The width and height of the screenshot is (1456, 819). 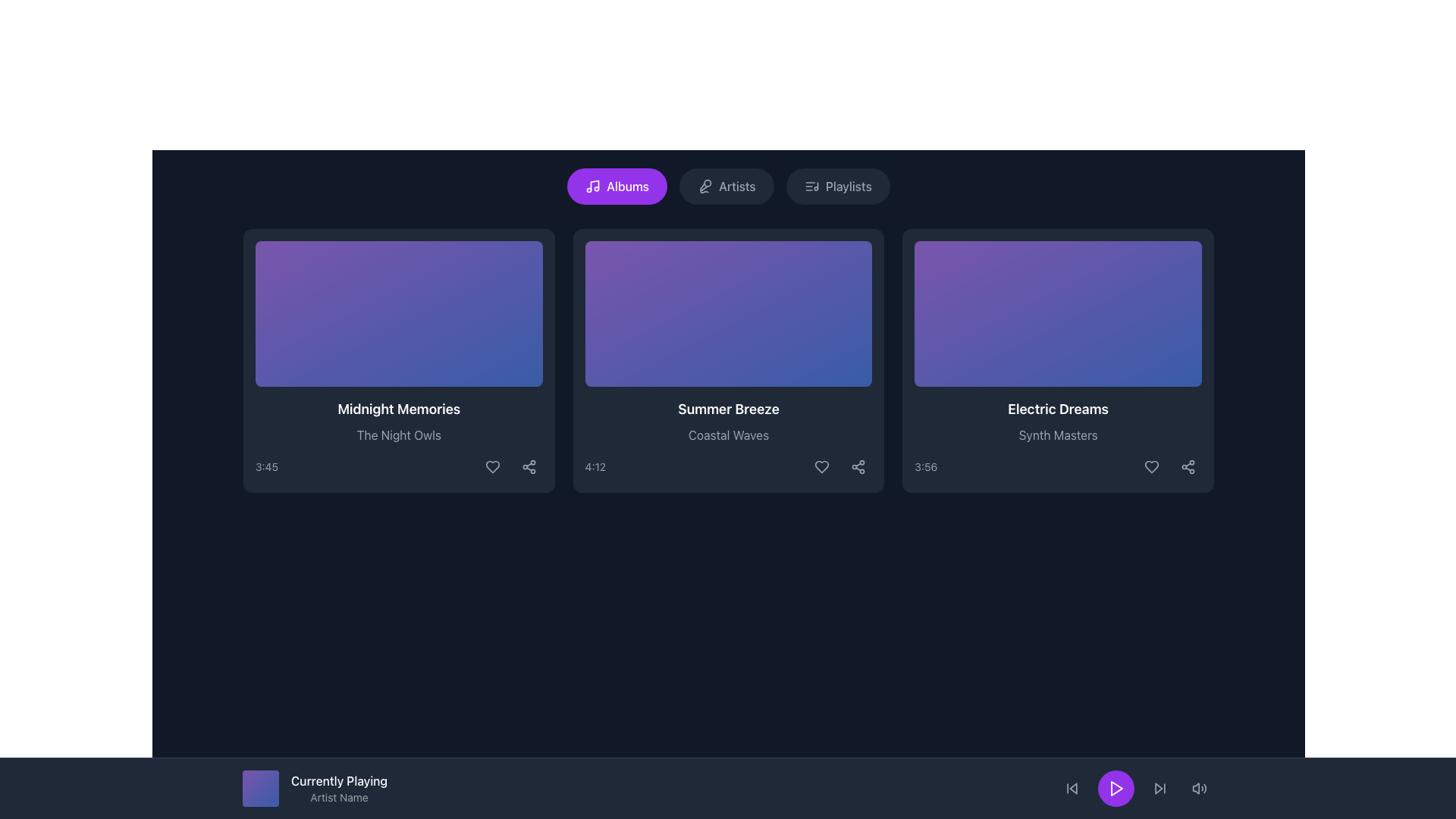 What do you see at coordinates (529, 466) in the screenshot?
I see `the small circular button containing a share-like icon with three connected dots arranged in a triangular pattern, located at the bottom right corner of the 'Midnight Memories' album card` at bounding box center [529, 466].